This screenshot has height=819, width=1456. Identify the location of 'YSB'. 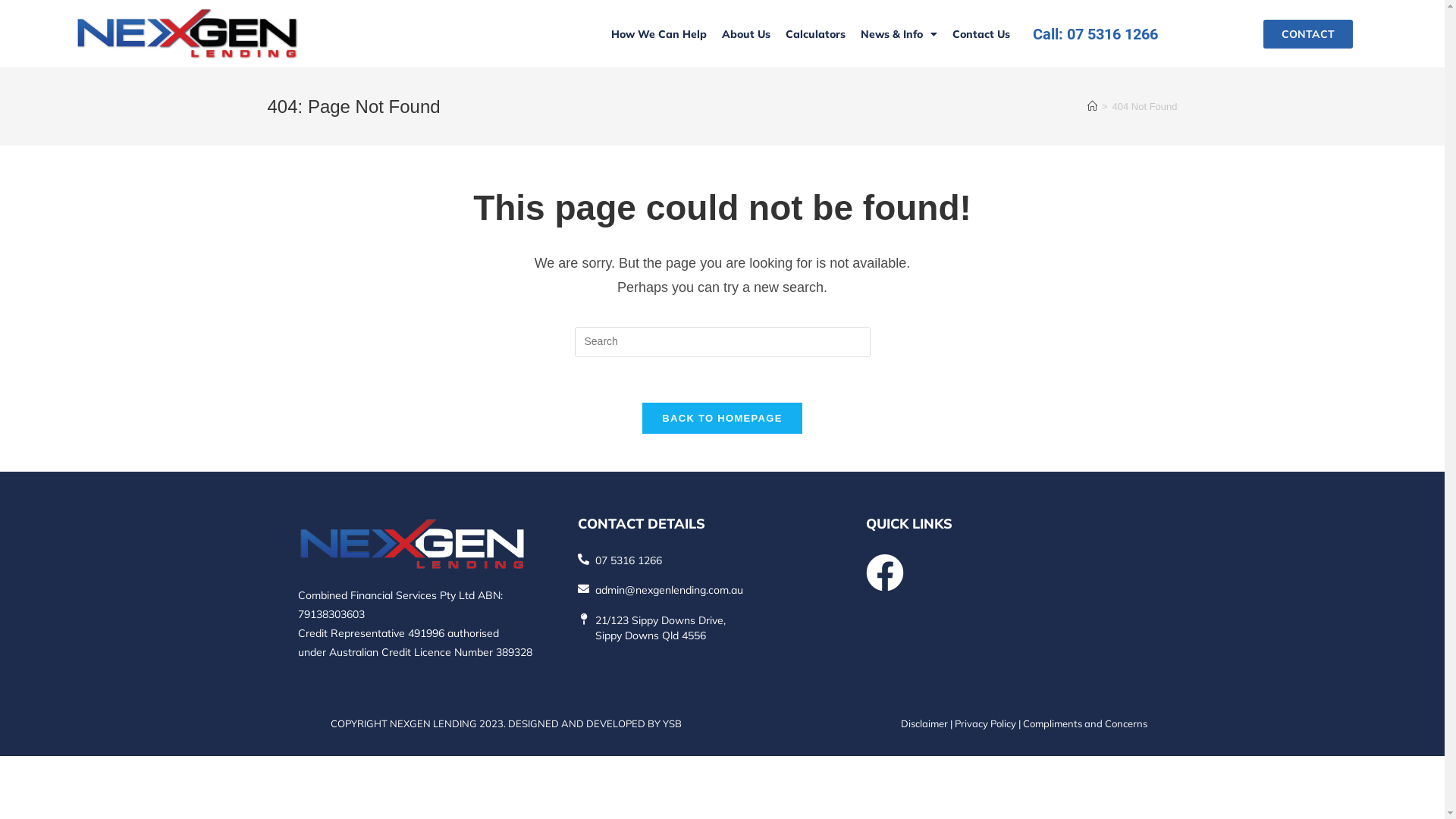
(671, 722).